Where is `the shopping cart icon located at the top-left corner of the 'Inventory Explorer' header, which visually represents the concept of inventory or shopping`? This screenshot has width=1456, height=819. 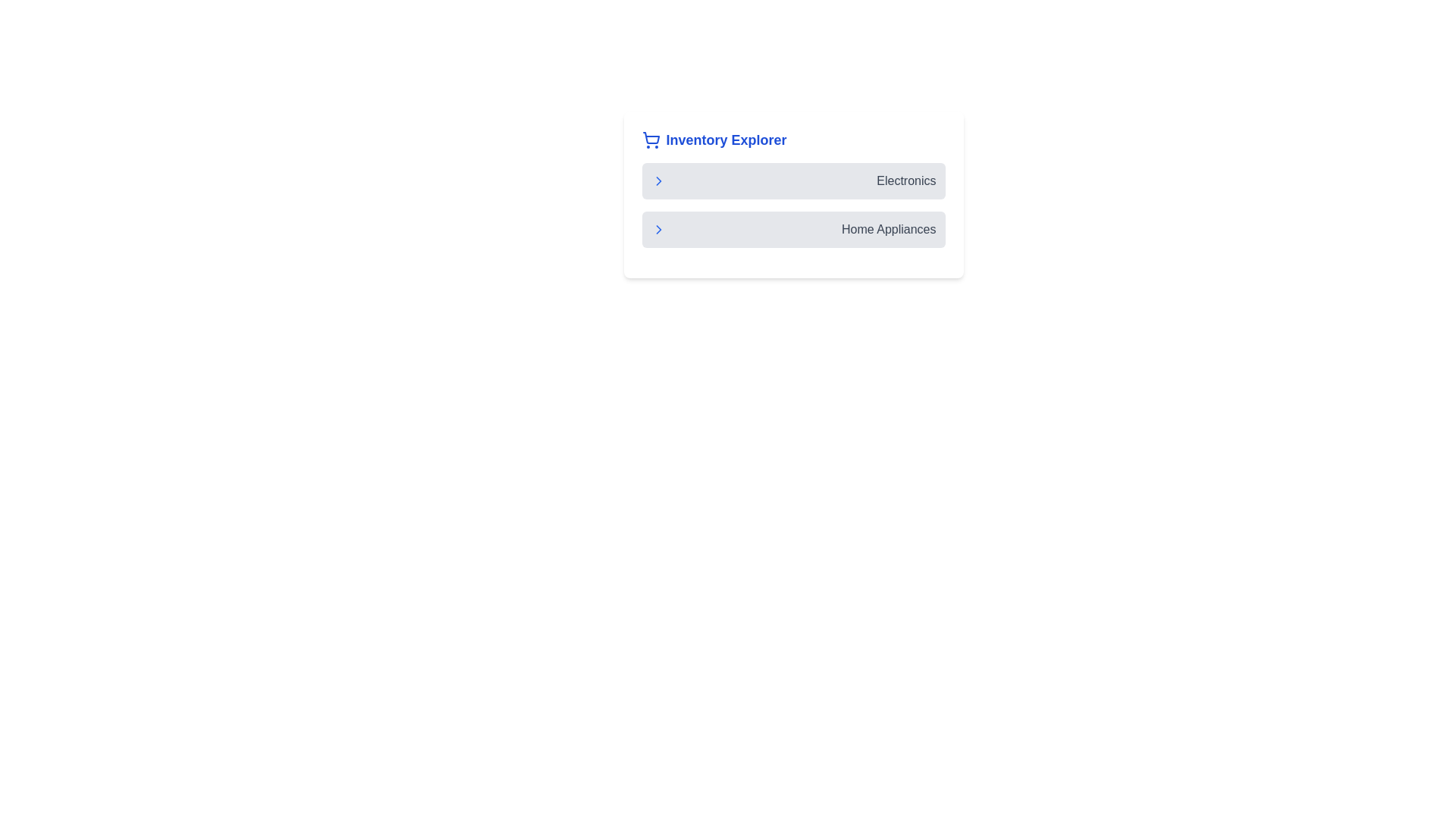
the shopping cart icon located at the top-left corner of the 'Inventory Explorer' header, which visually represents the concept of inventory or shopping is located at coordinates (651, 140).